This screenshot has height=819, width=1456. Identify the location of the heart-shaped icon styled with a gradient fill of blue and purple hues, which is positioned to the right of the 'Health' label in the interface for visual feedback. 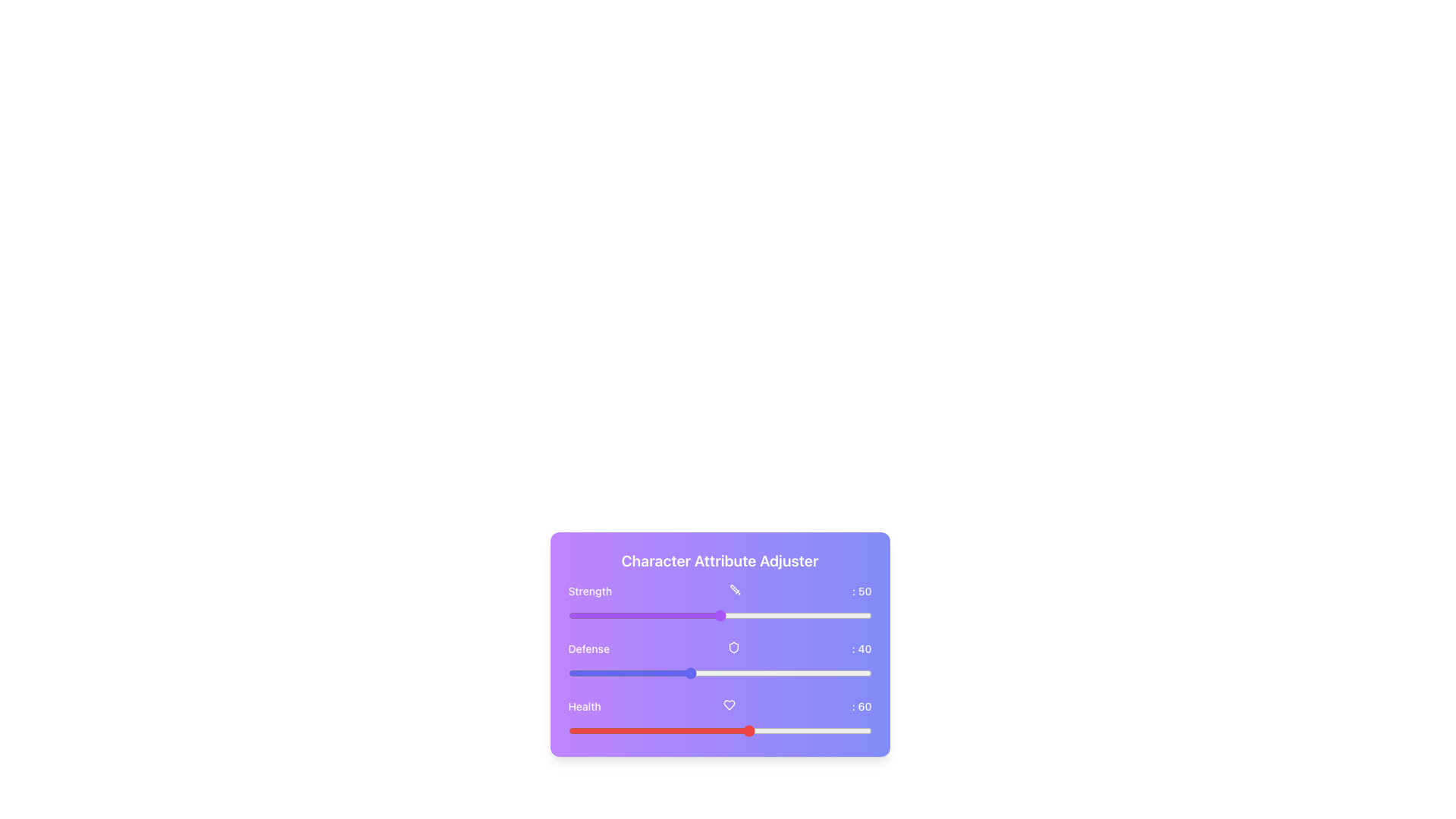
(730, 704).